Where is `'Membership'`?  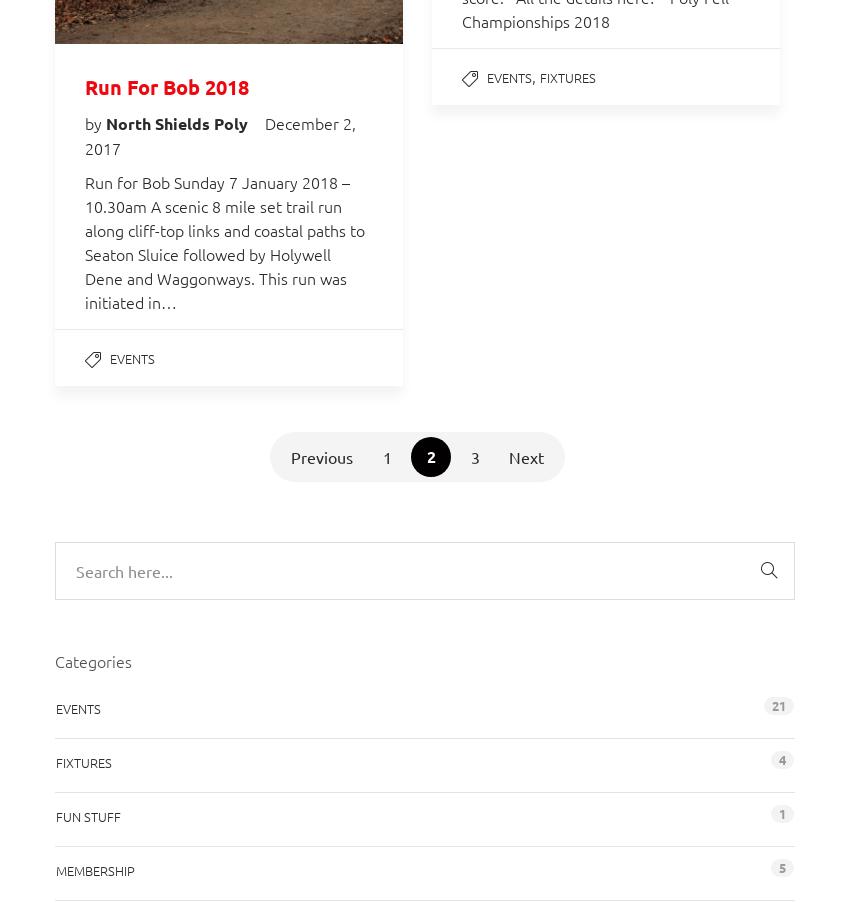 'Membership' is located at coordinates (94, 869).